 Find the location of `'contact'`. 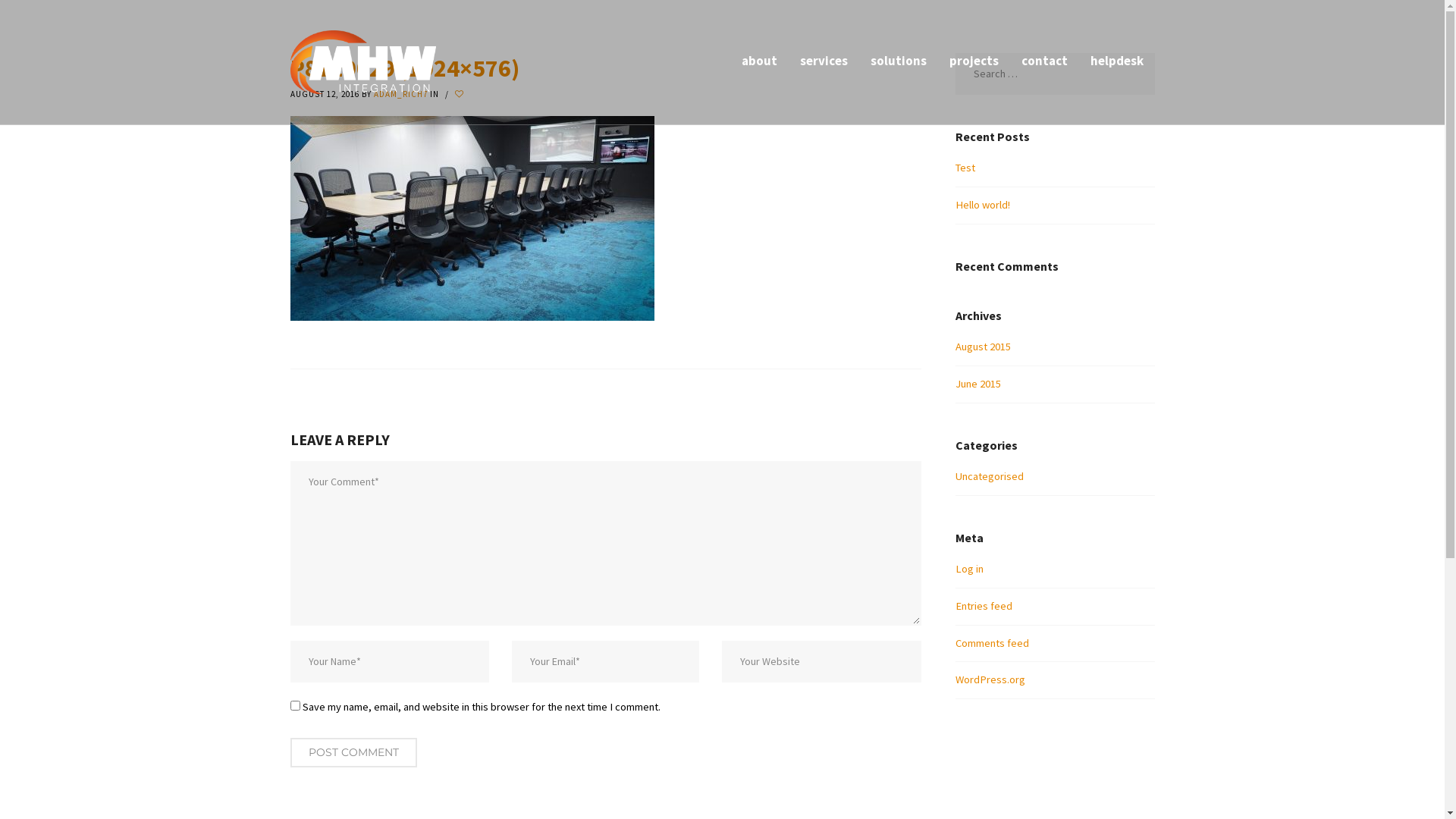

'contact' is located at coordinates (1043, 61).